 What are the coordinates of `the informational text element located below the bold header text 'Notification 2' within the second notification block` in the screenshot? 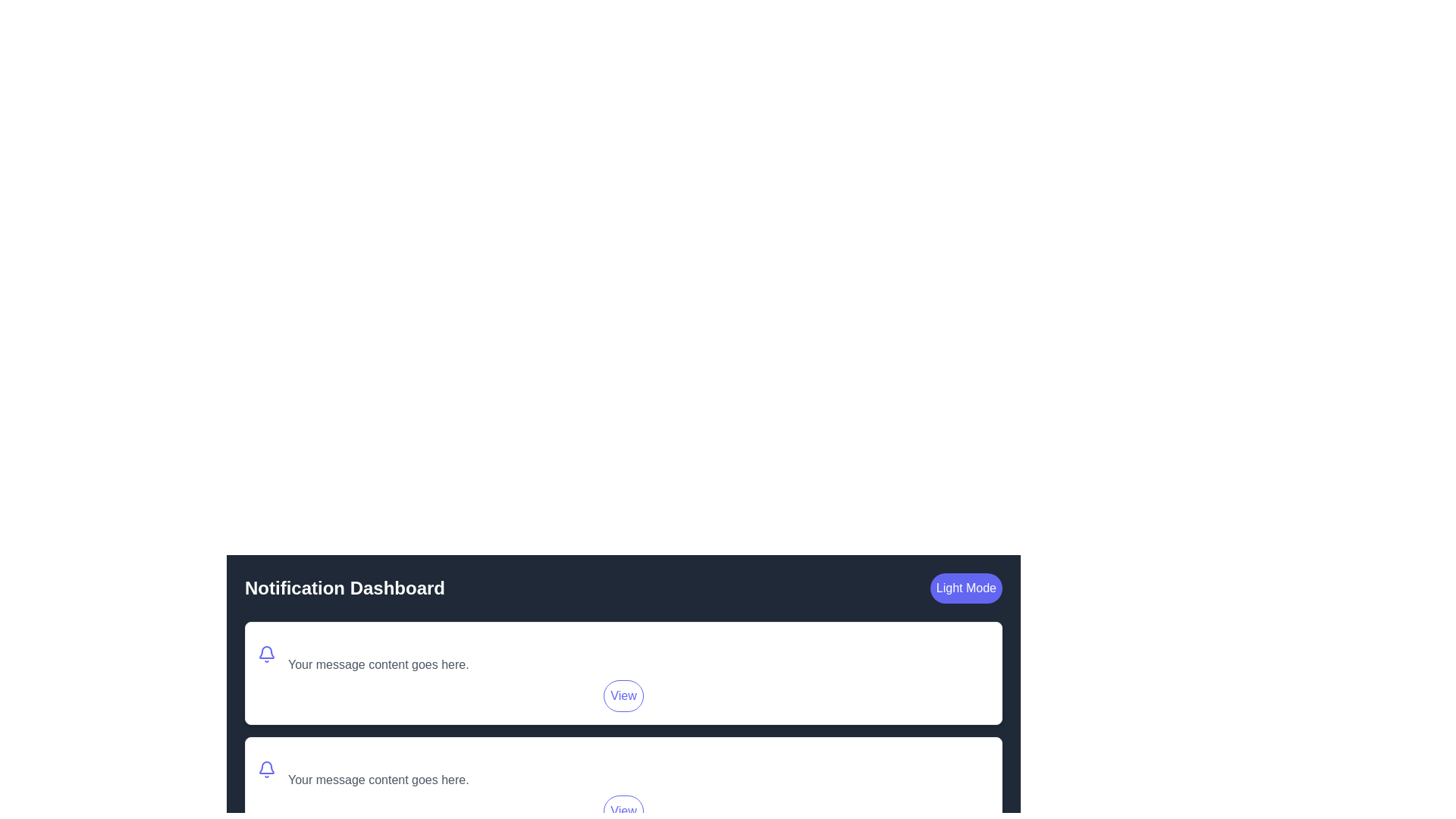 It's located at (378, 780).